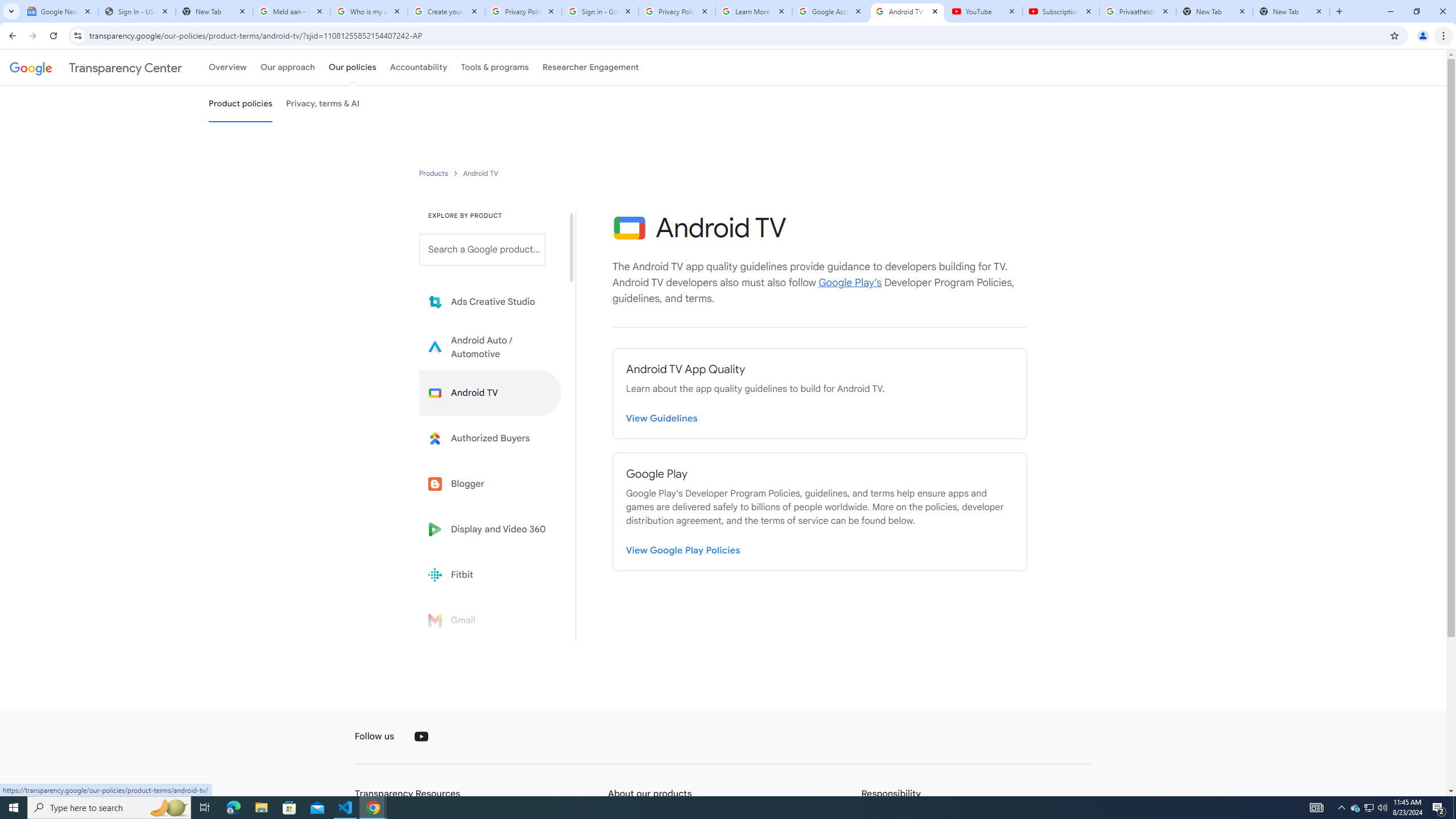 The height and width of the screenshot is (819, 1456). What do you see at coordinates (490, 347) in the screenshot?
I see `'Learn more about Android Auto'` at bounding box center [490, 347].